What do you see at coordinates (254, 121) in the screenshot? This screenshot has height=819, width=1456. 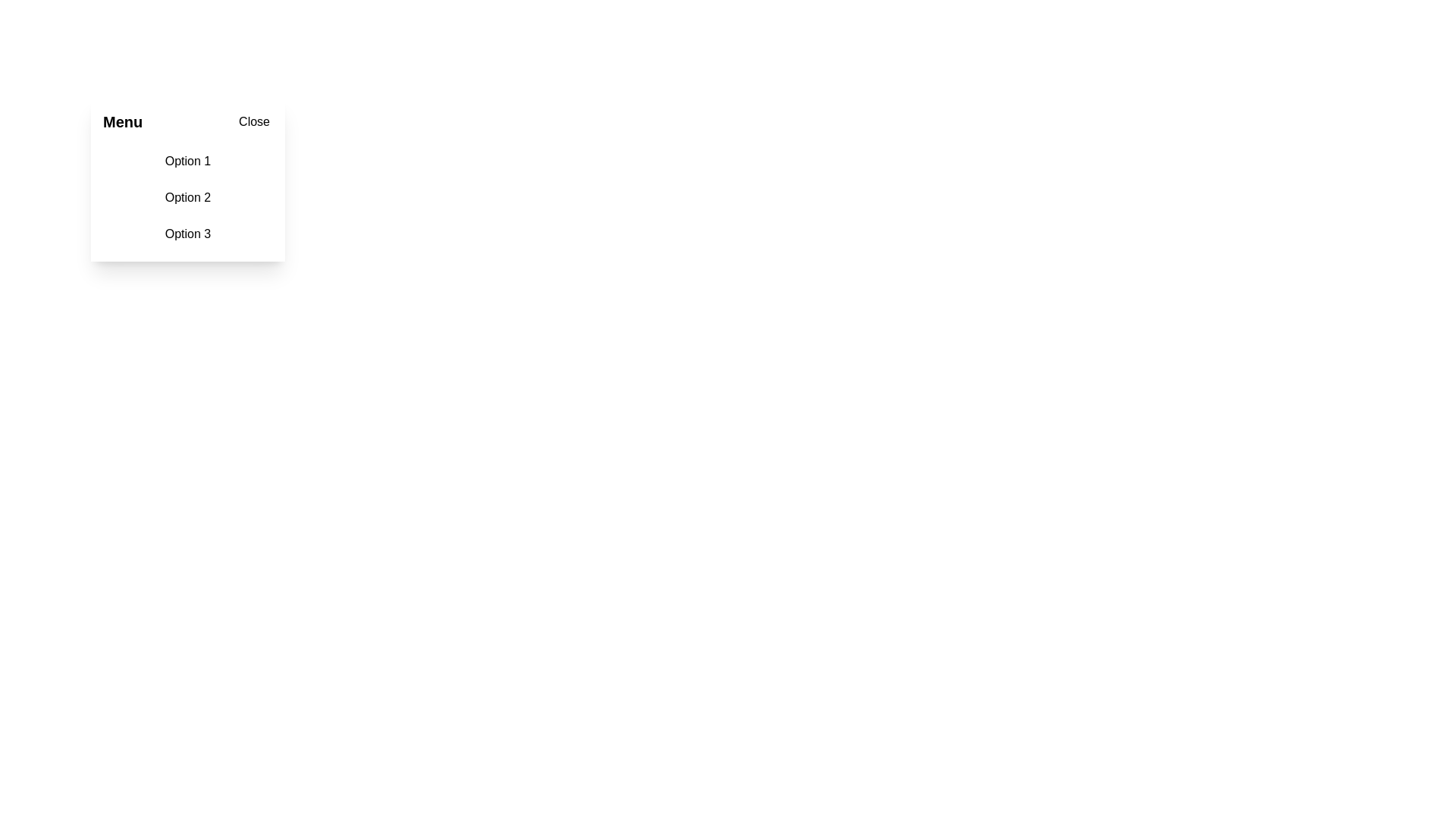 I see `the 'Close' button located at the top-right corner of the 'Menu' box, which has a minimalist design and black text` at bounding box center [254, 121].